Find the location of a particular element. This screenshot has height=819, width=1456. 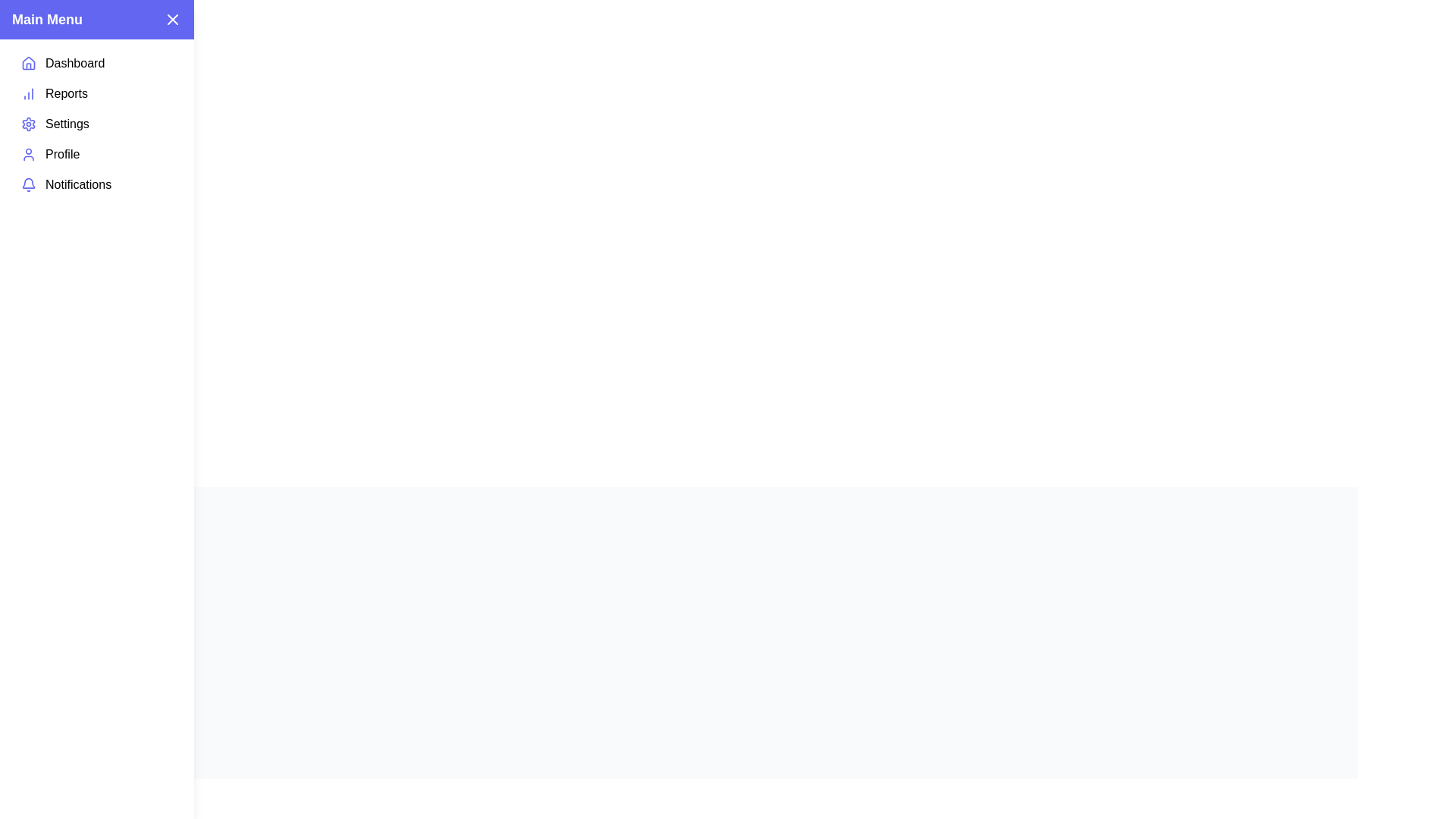

the 'Settings' menu item, which is the third item is located at coordinates (96, 124).